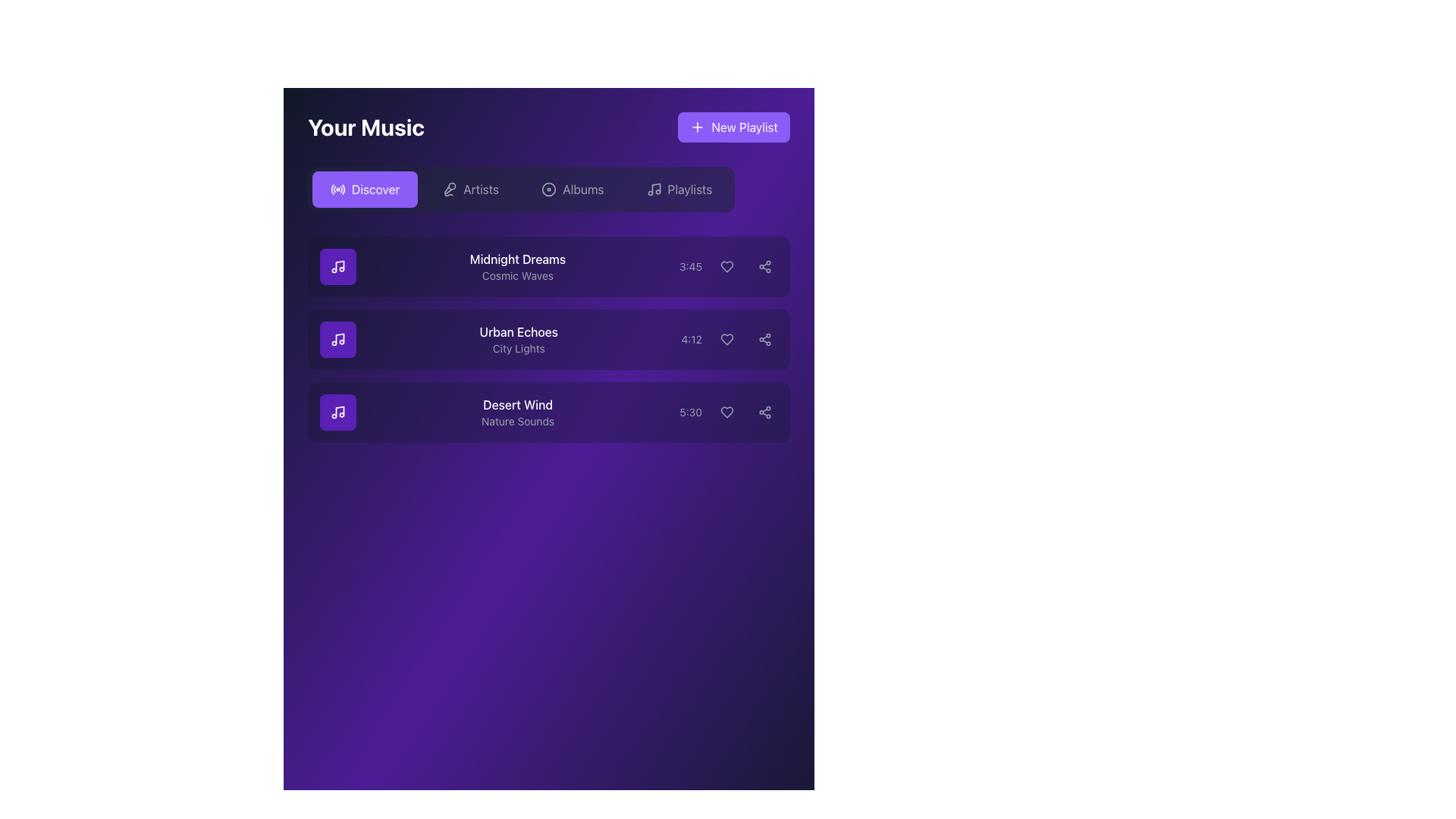 This screenshot has width=1456, height=819. What do you see at coordinates (734, 127) in the screenshot?
I see `the button located in the top-right corner of the interface, next to the 'Your Music' heading, to create a new playlist` at bounding box center [734, 127].